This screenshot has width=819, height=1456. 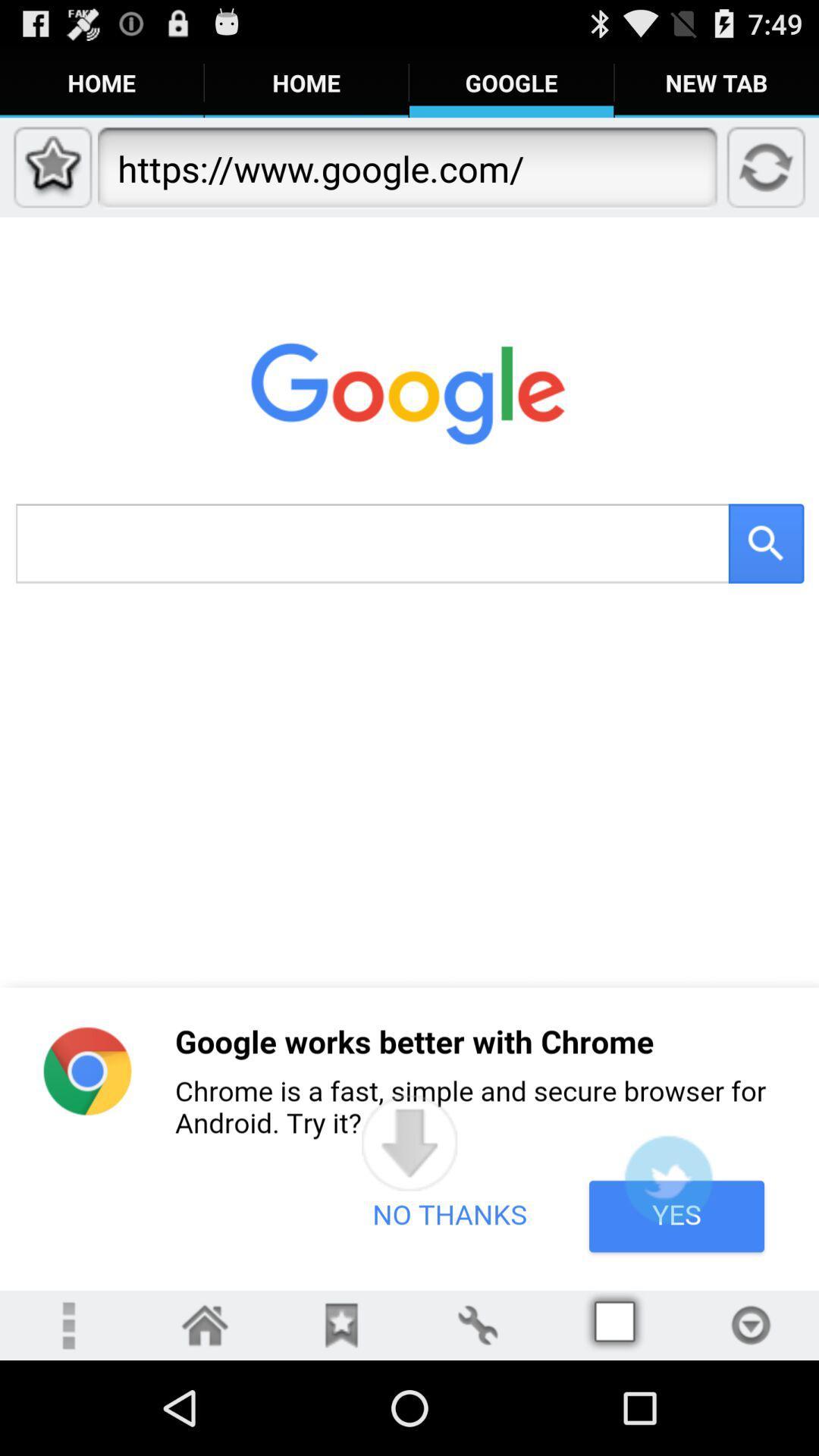 I want to click on settings, so click(x=476, y=1324).